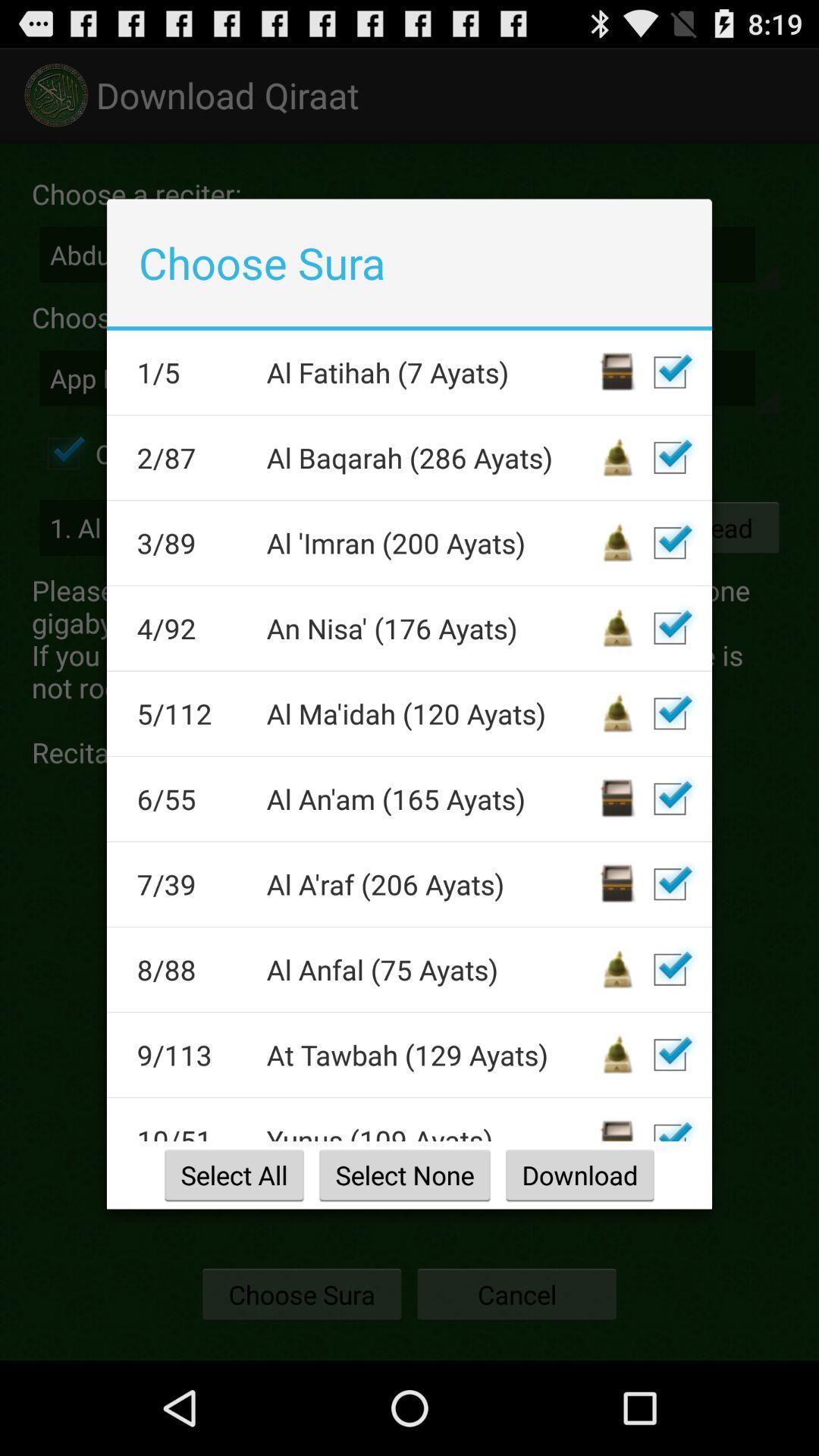  Describe the element at coordinates (191, 628) in the screenshot. I see `the 4/92 icon` at that location.